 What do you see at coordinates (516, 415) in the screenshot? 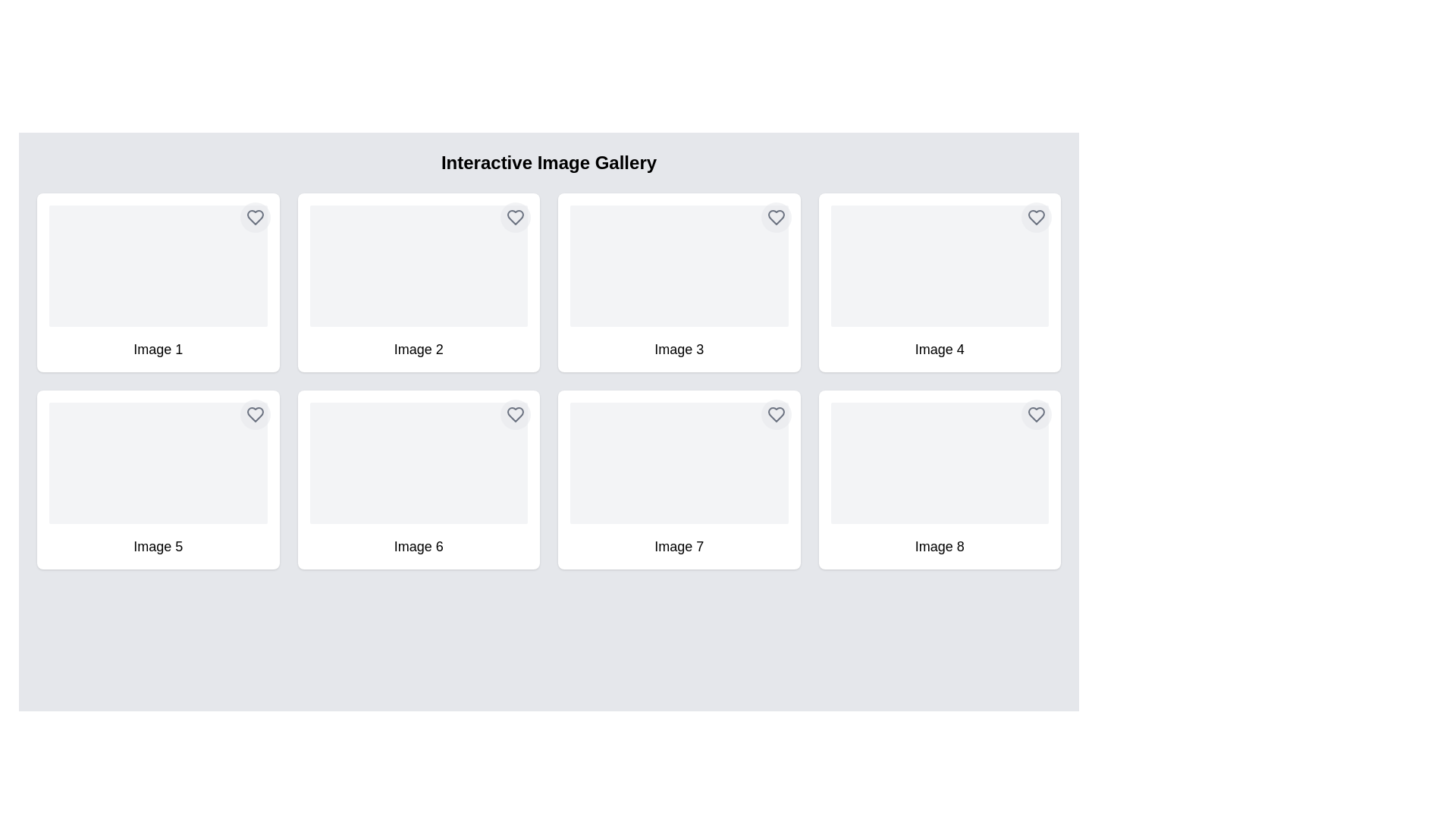
I see `the heart-shaped icon with a gray stroke` at bounding box center [516, 415].